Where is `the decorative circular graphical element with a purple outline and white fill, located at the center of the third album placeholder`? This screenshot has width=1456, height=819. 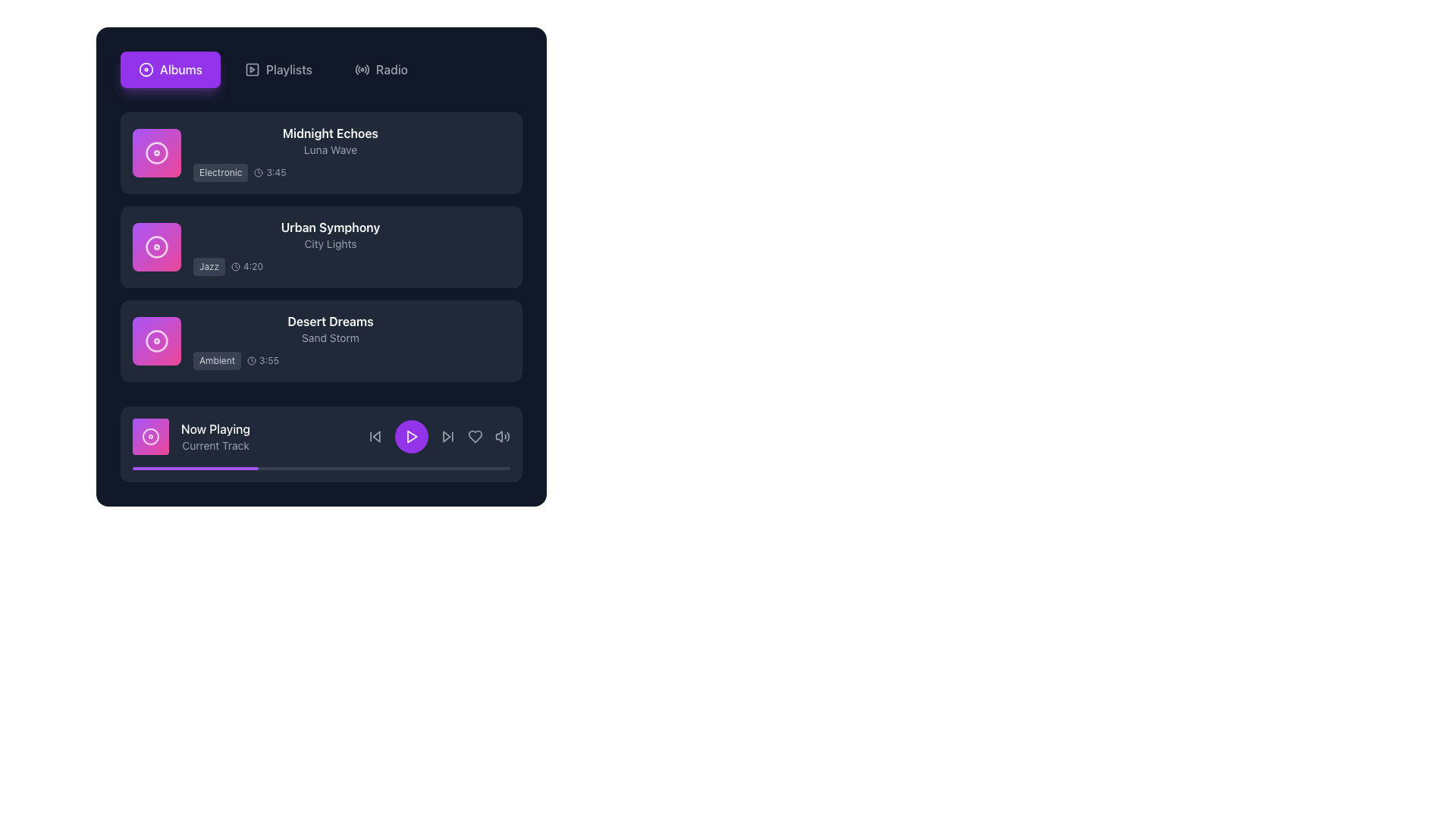 the decorative circular graphical element with a purple outline and white fill, located at the center of the third album placeholder is located at coordinates (156, 341).